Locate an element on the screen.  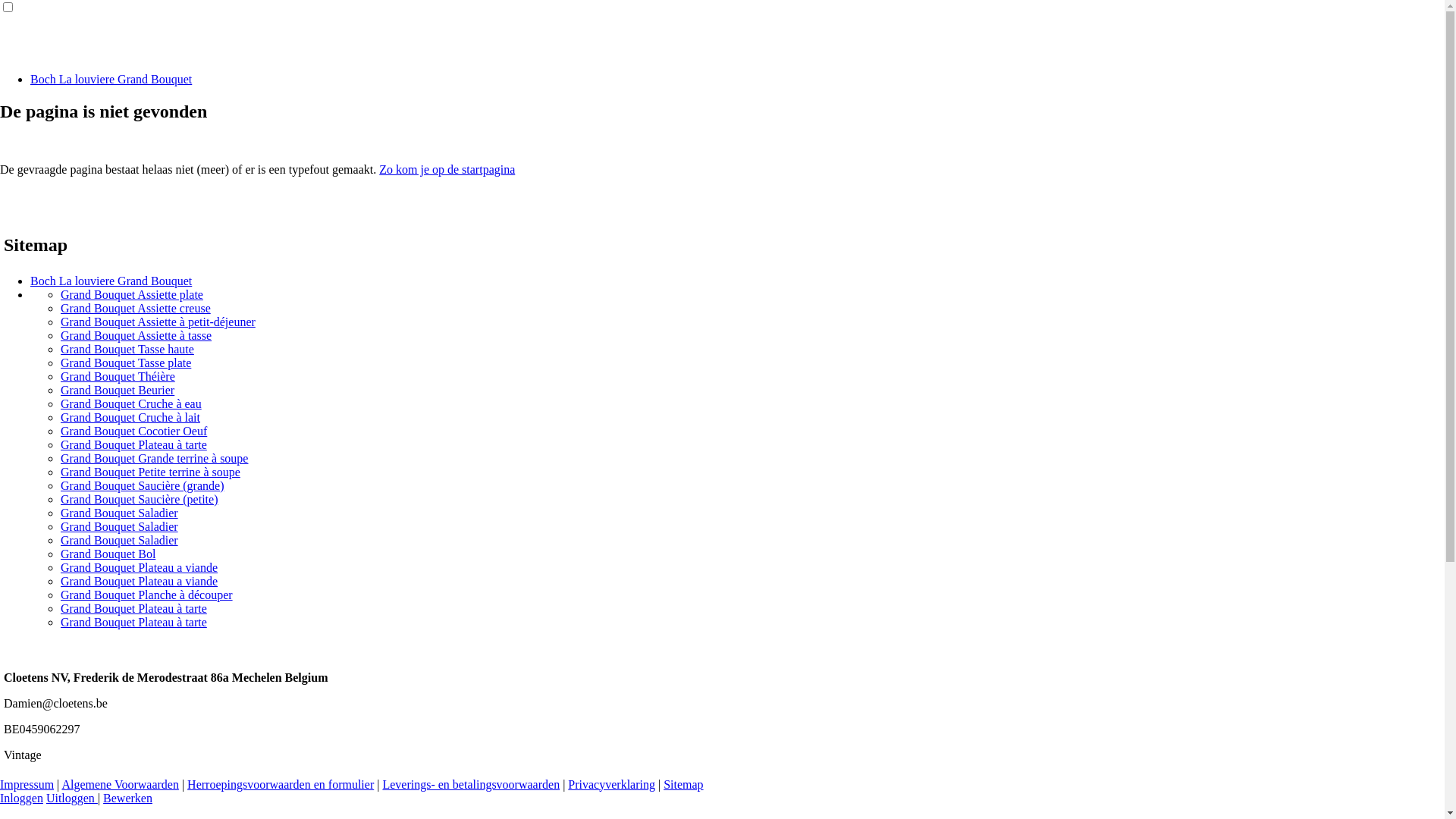
'Herroepingsvoorwaarden en formulier' is located at coordinates (280, 784).